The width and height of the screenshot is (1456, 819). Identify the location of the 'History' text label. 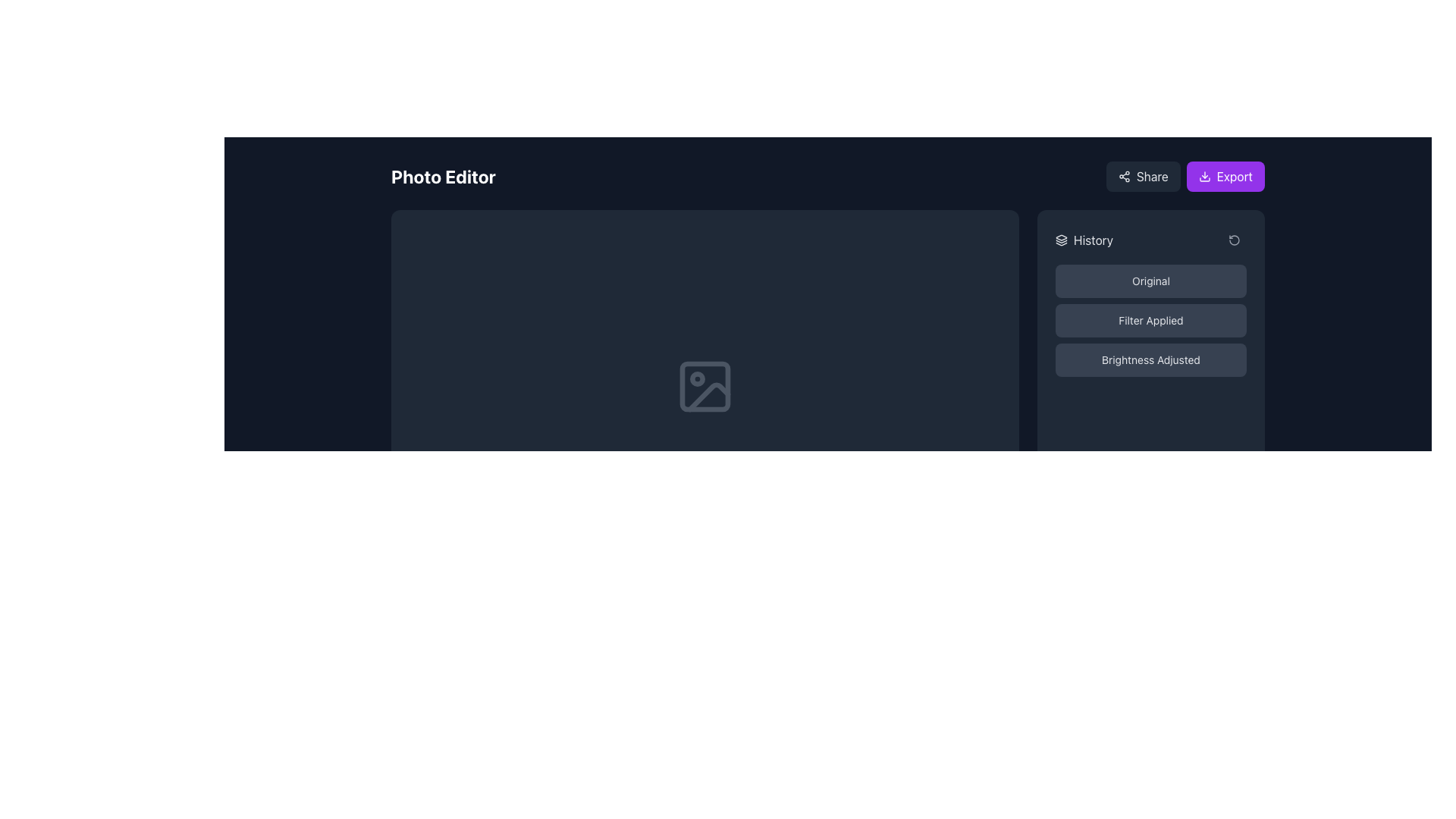
(1093, 239).